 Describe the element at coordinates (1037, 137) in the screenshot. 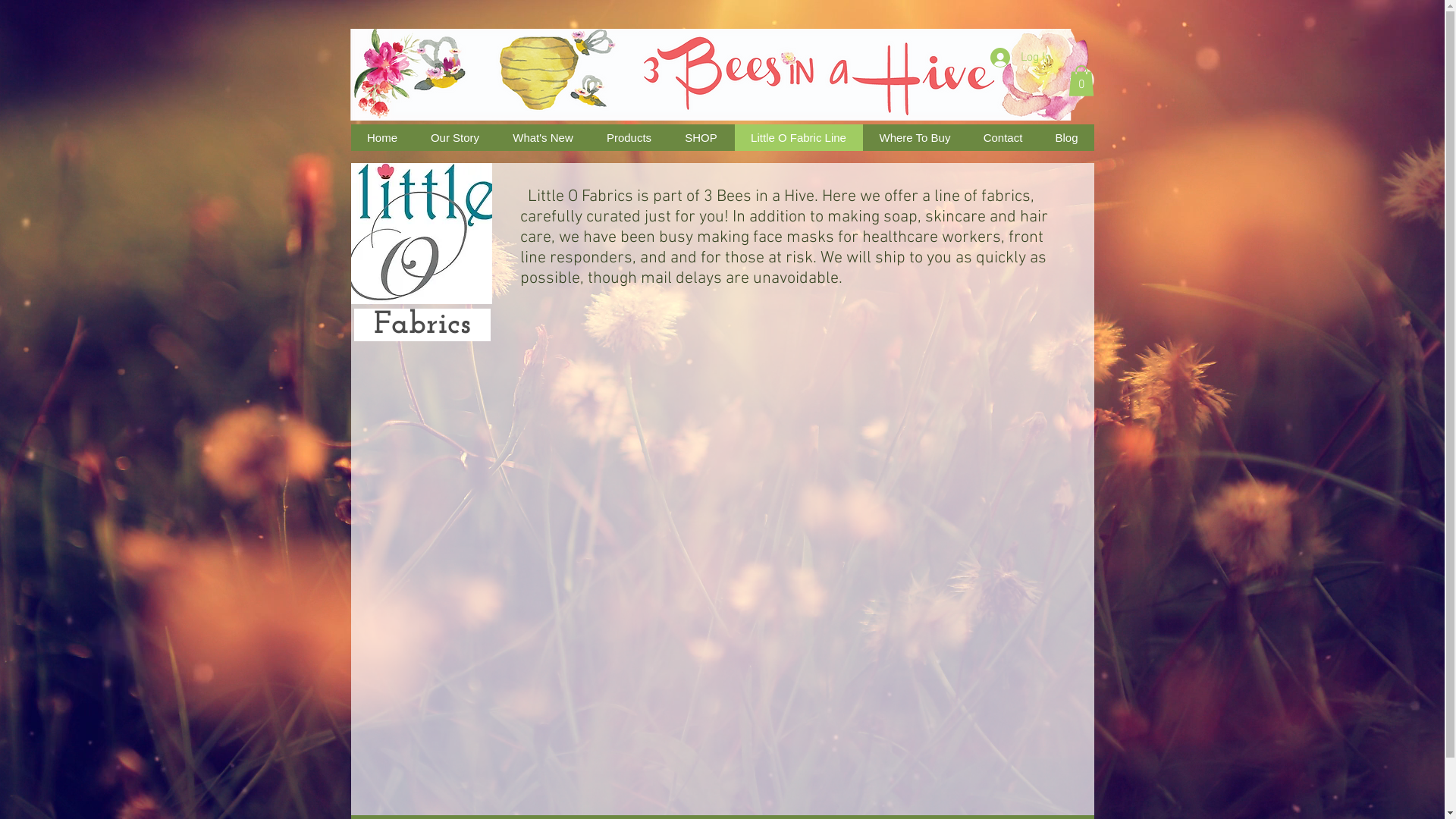

I see `'Blog'` at that location.